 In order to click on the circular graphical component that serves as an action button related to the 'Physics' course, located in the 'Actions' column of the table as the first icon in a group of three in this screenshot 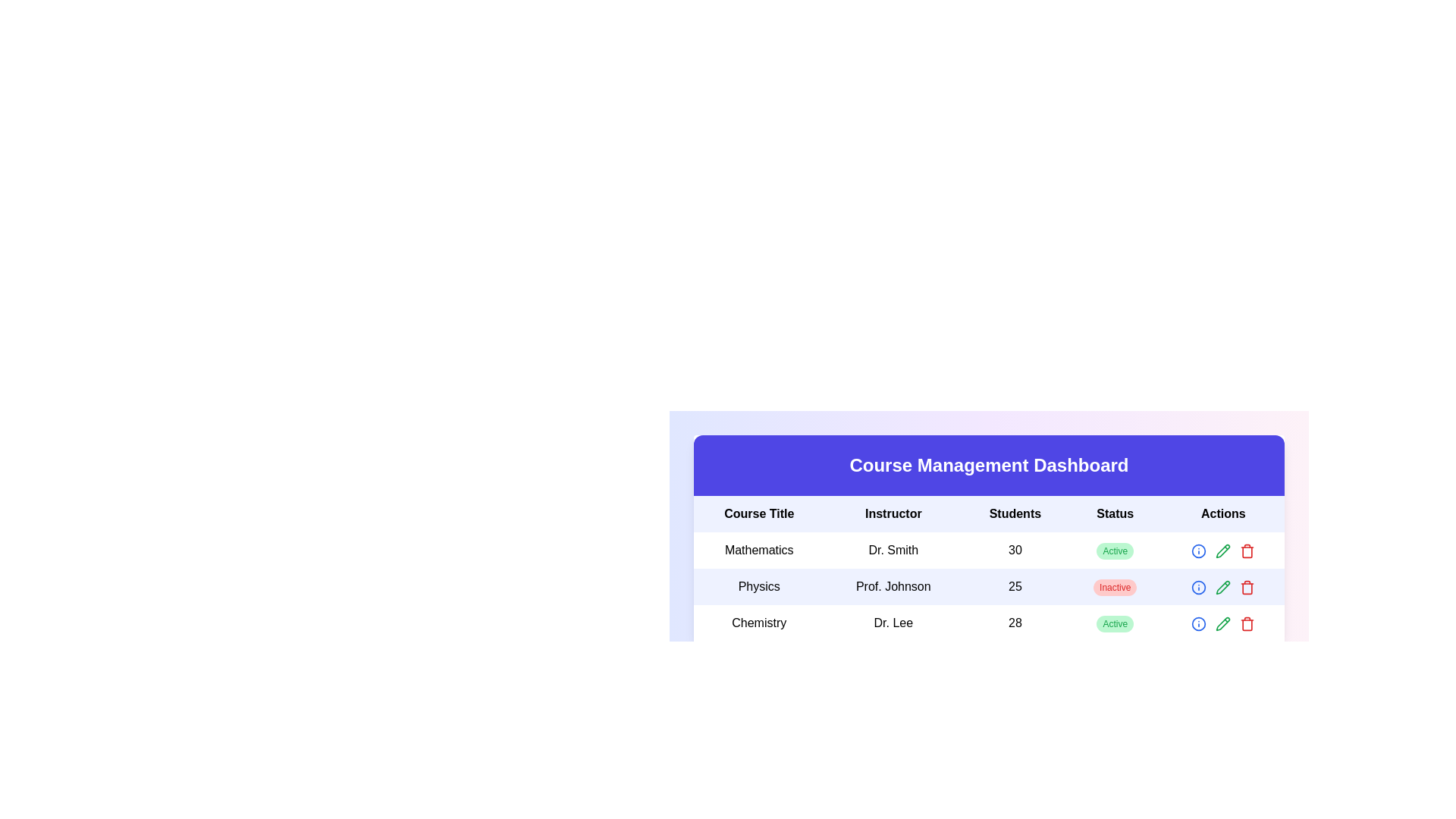, I will do `click(1198, 586)`.